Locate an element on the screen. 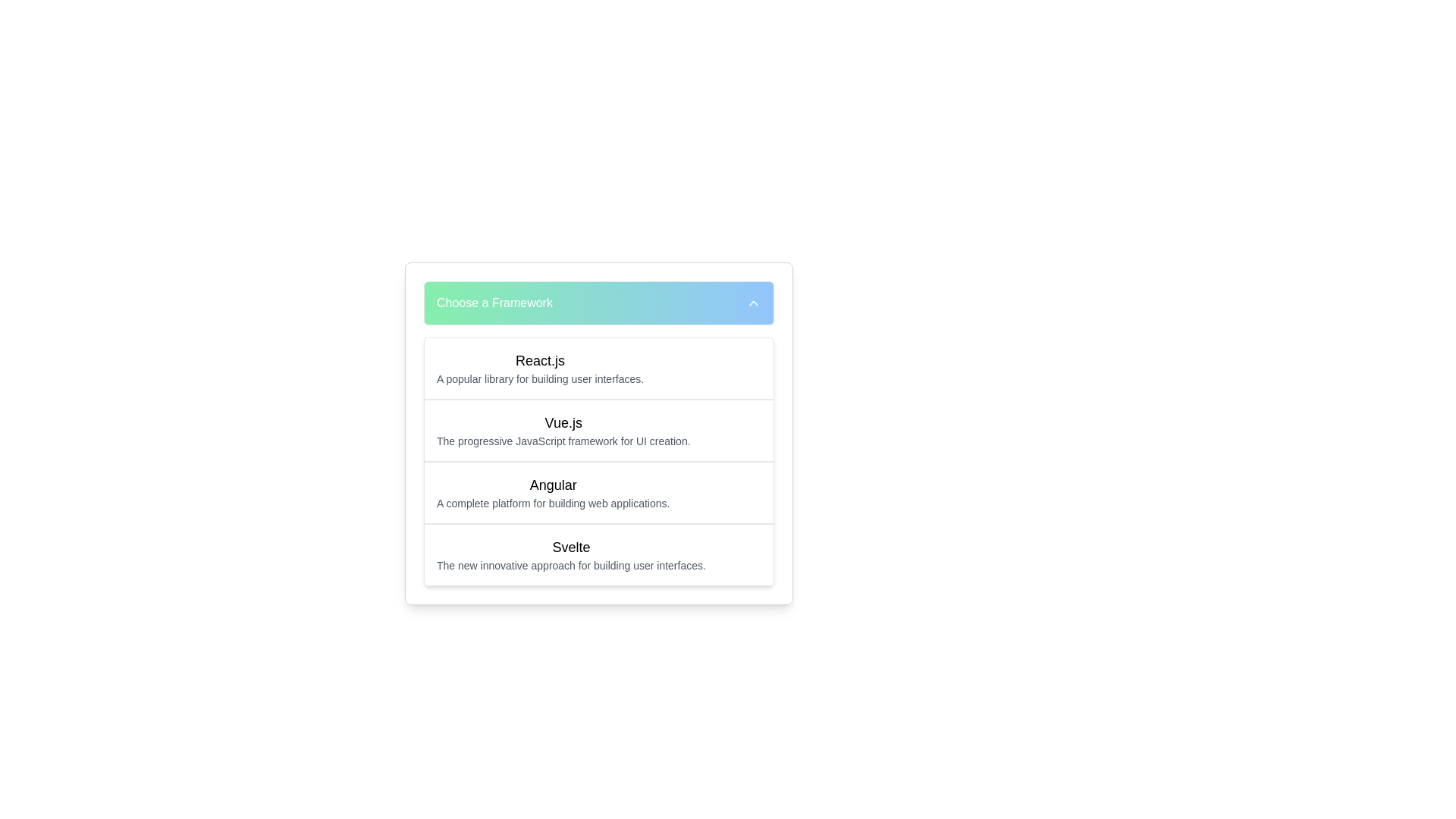 This screenshot has width=1456, height=819. information from the text block element titled 'Svelte', which includes the title in bold and the description below it is located at coordinates (570, 555).